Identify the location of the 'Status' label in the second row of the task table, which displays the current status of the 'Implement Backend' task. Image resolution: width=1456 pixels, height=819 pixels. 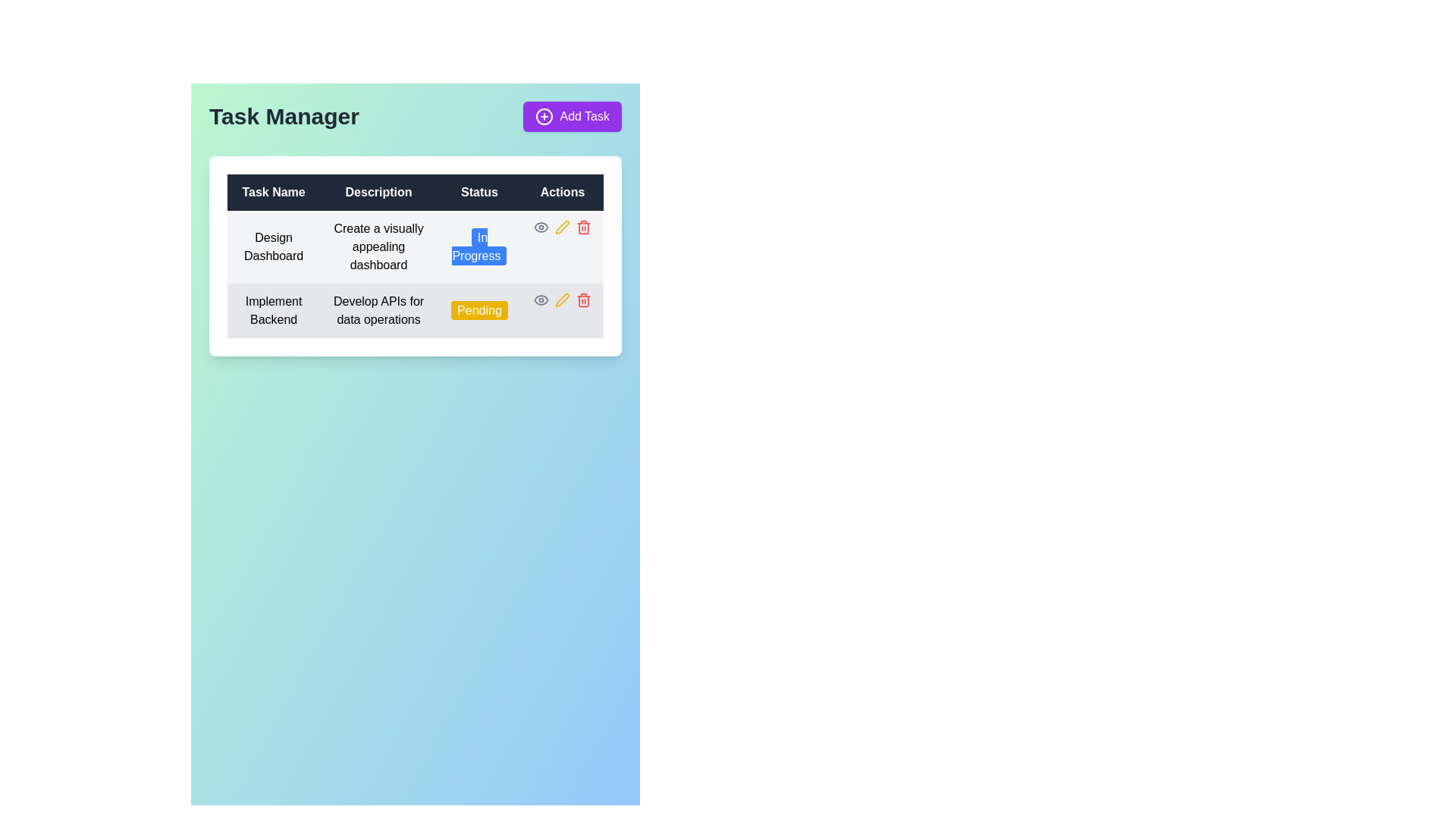
(479, 309).